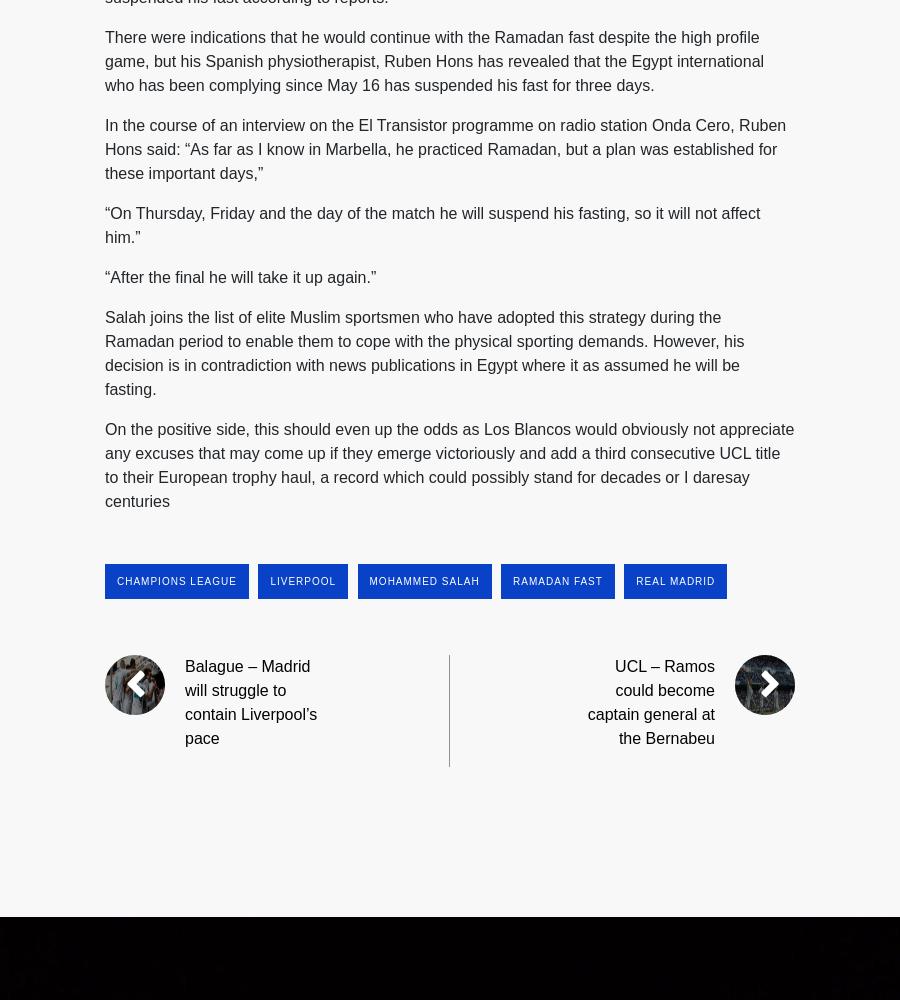  What do you see at coordinates (432, 223) in the screenshot?
I see `'“On Thursday, Friday and the day of the match he will suspend his fasting, so it will not affect him.”'` at bounding box center [432, 223].